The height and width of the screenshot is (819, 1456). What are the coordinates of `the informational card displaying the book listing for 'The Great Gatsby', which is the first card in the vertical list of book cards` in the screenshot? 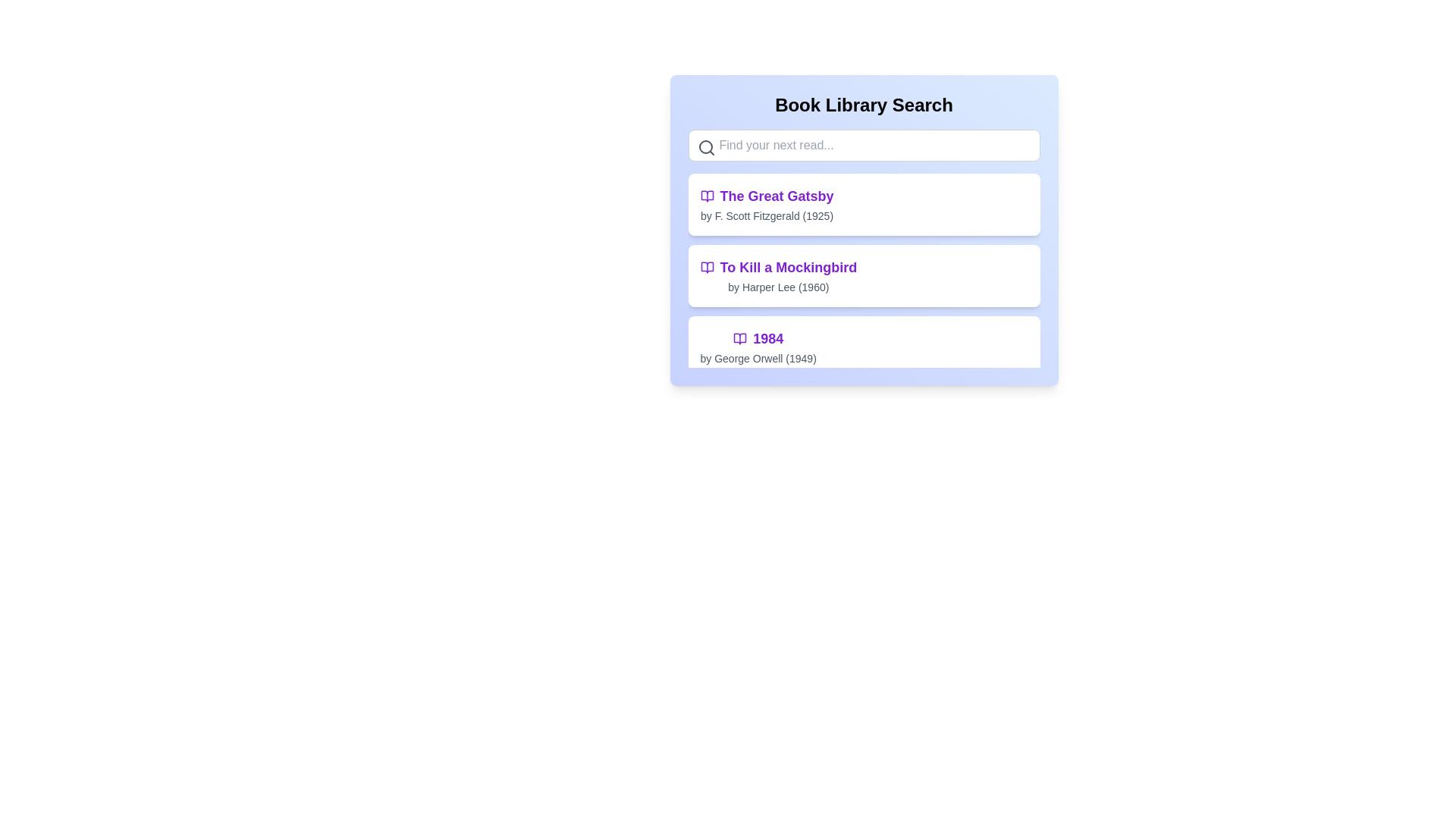 It's located at (864, 205).